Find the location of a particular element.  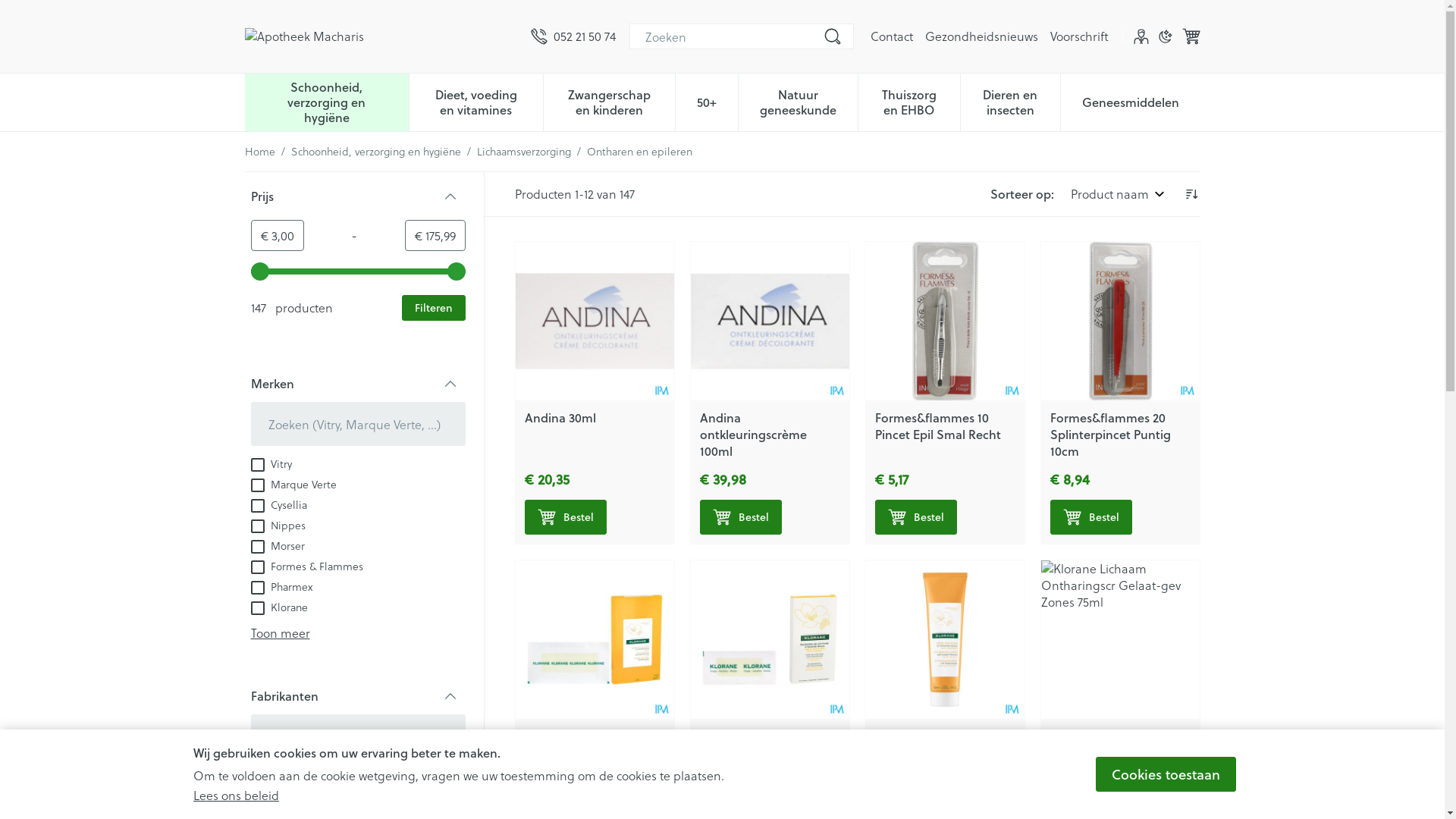

'Vitry' is located at coordinates (270, 462).